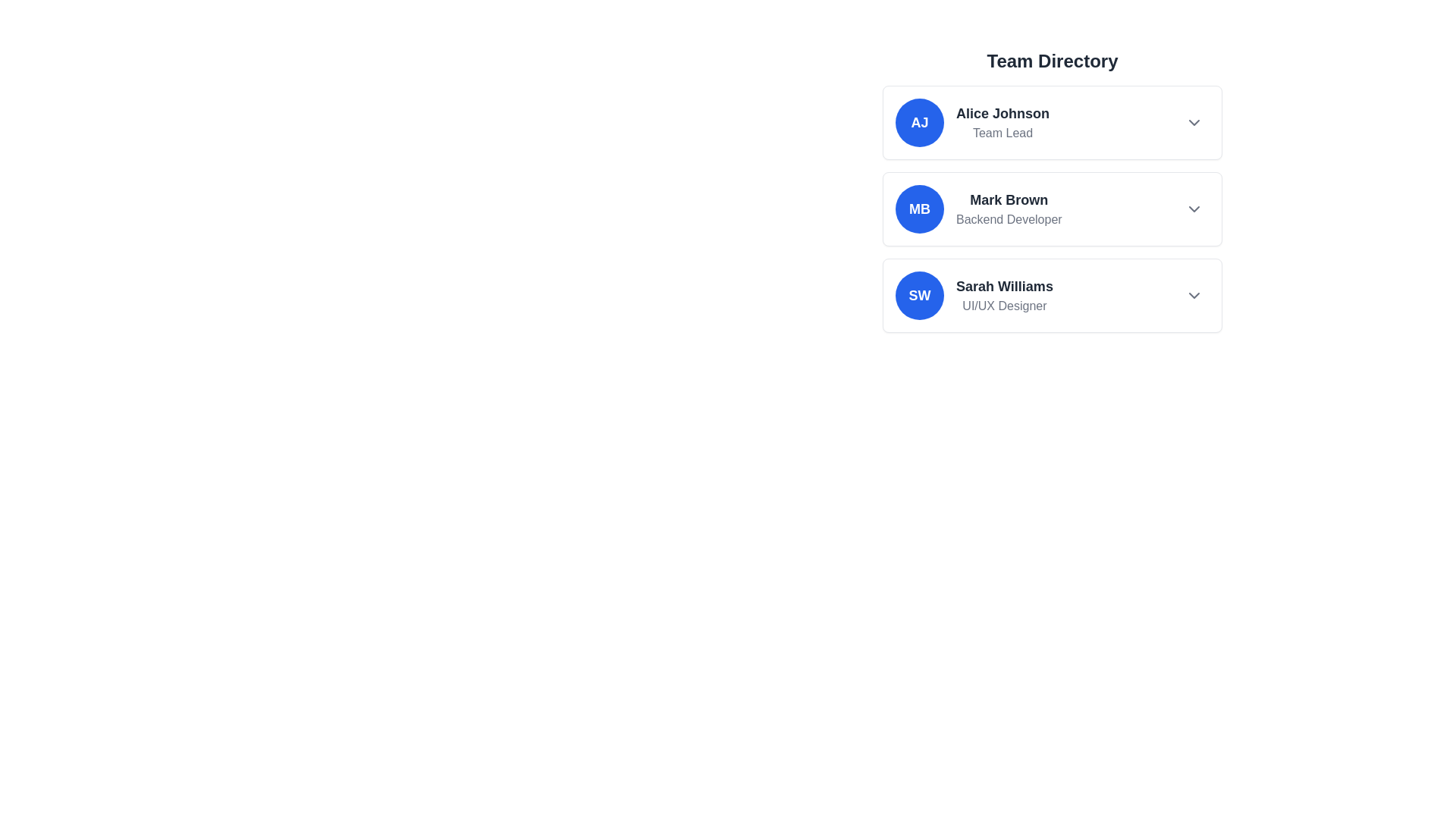 The height and width of the screenshot is (819, 1456). I want to click on the downward-pointing chevron icon located on the right side of 'Sarah Williams - UI/UX Designer' in the 'Team Directory' list, so click(1193, 295).